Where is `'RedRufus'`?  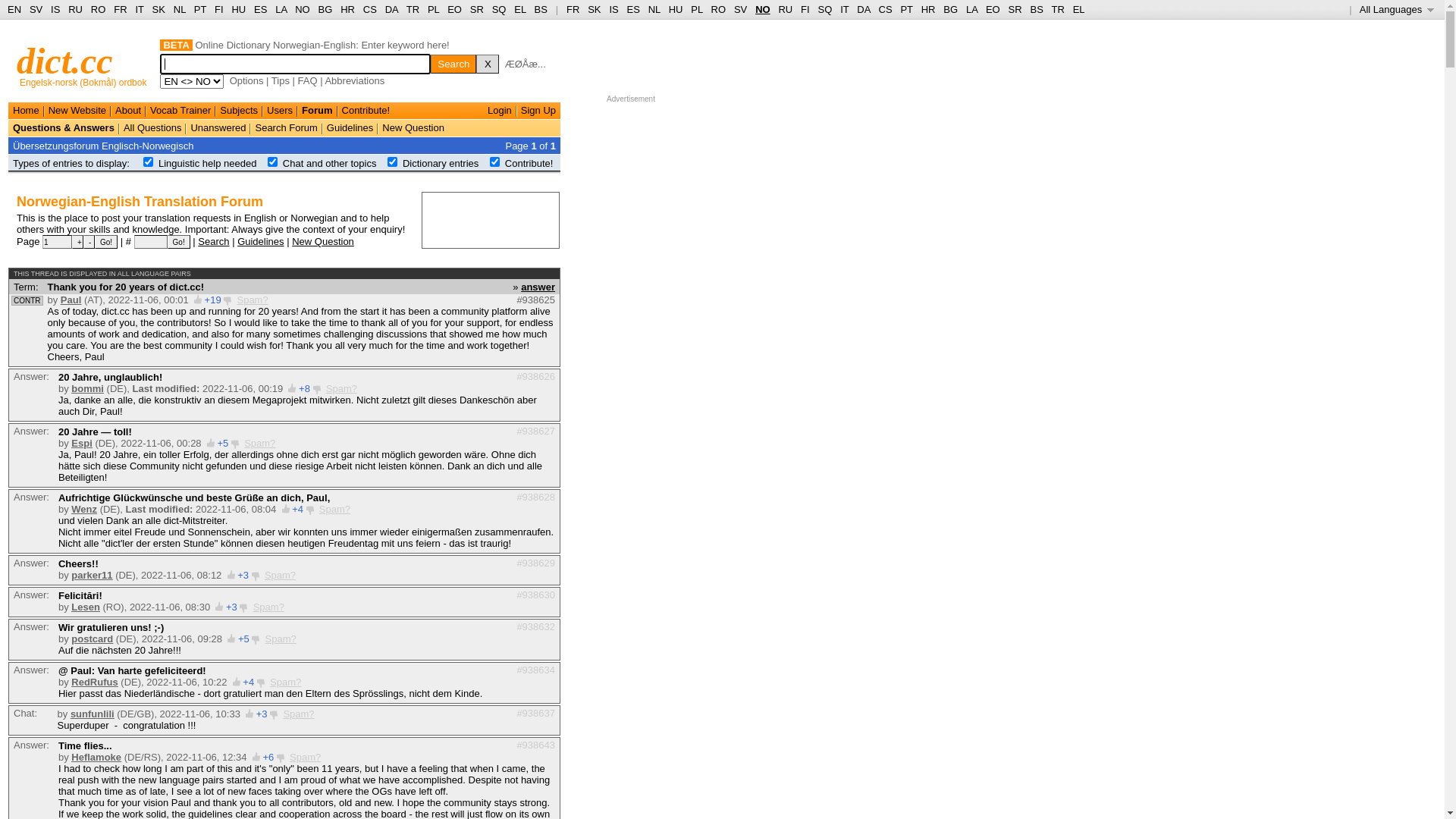
'RedRufus' is located at coordinates (71, 681).